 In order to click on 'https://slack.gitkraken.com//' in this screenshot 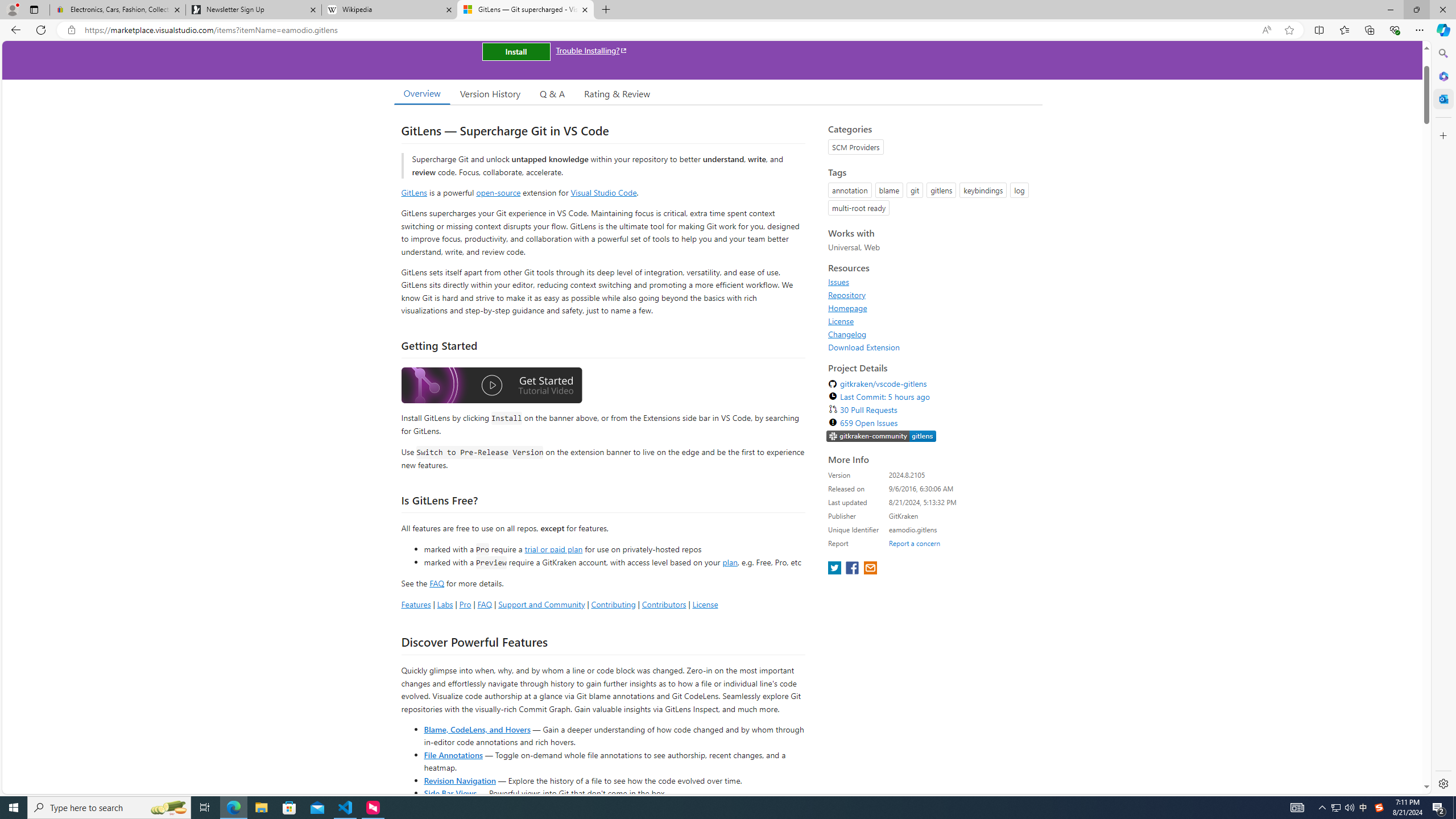, I will do `click(881, 436)`.